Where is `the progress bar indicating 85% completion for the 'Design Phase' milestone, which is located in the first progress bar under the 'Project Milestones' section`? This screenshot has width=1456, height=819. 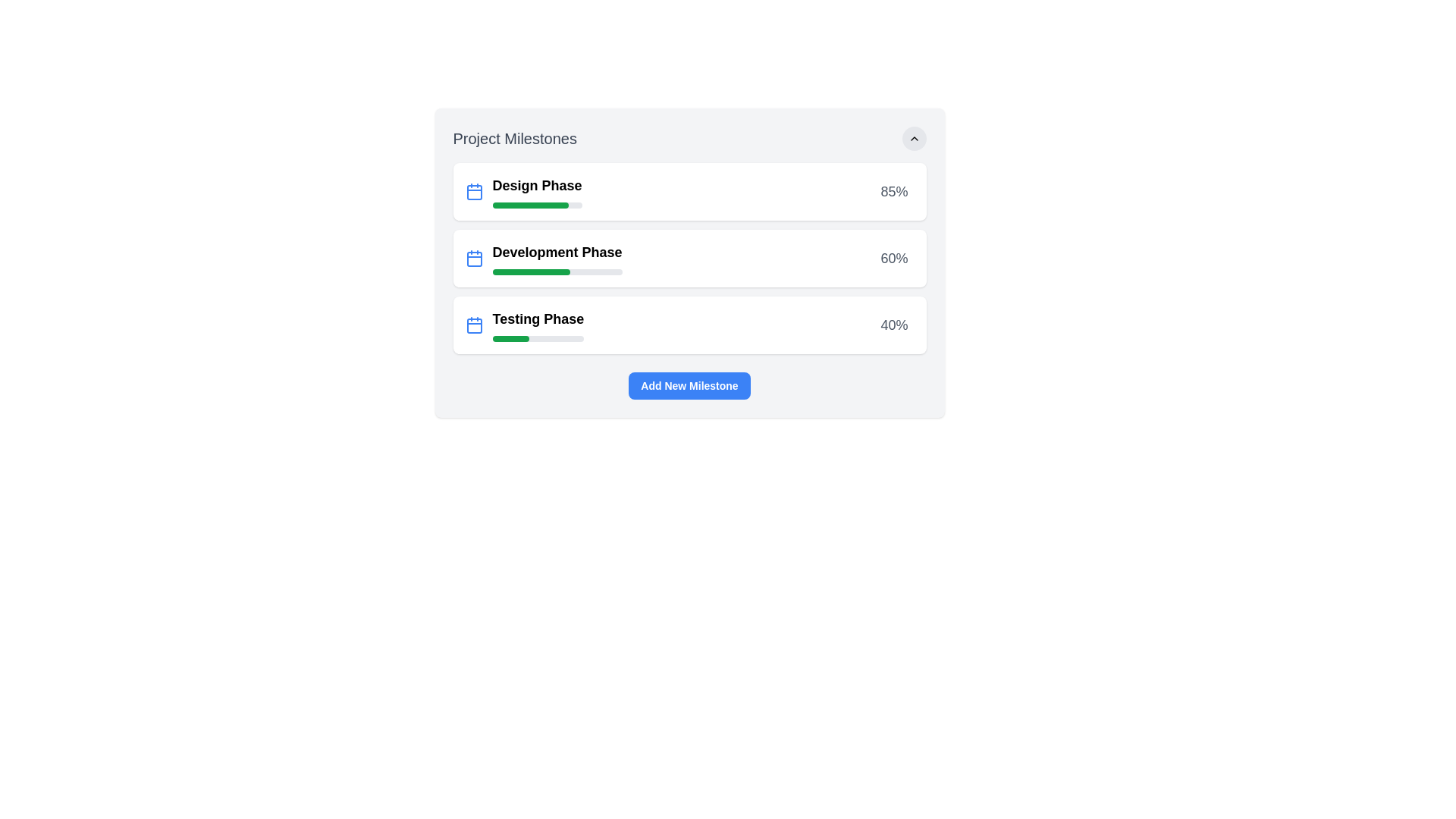
the progress bar indicating 85% completion for the 'Design Phase' milestone, which is located in the first progress bar under the 'Project Milestones' section is located at coordinates (530, 205).